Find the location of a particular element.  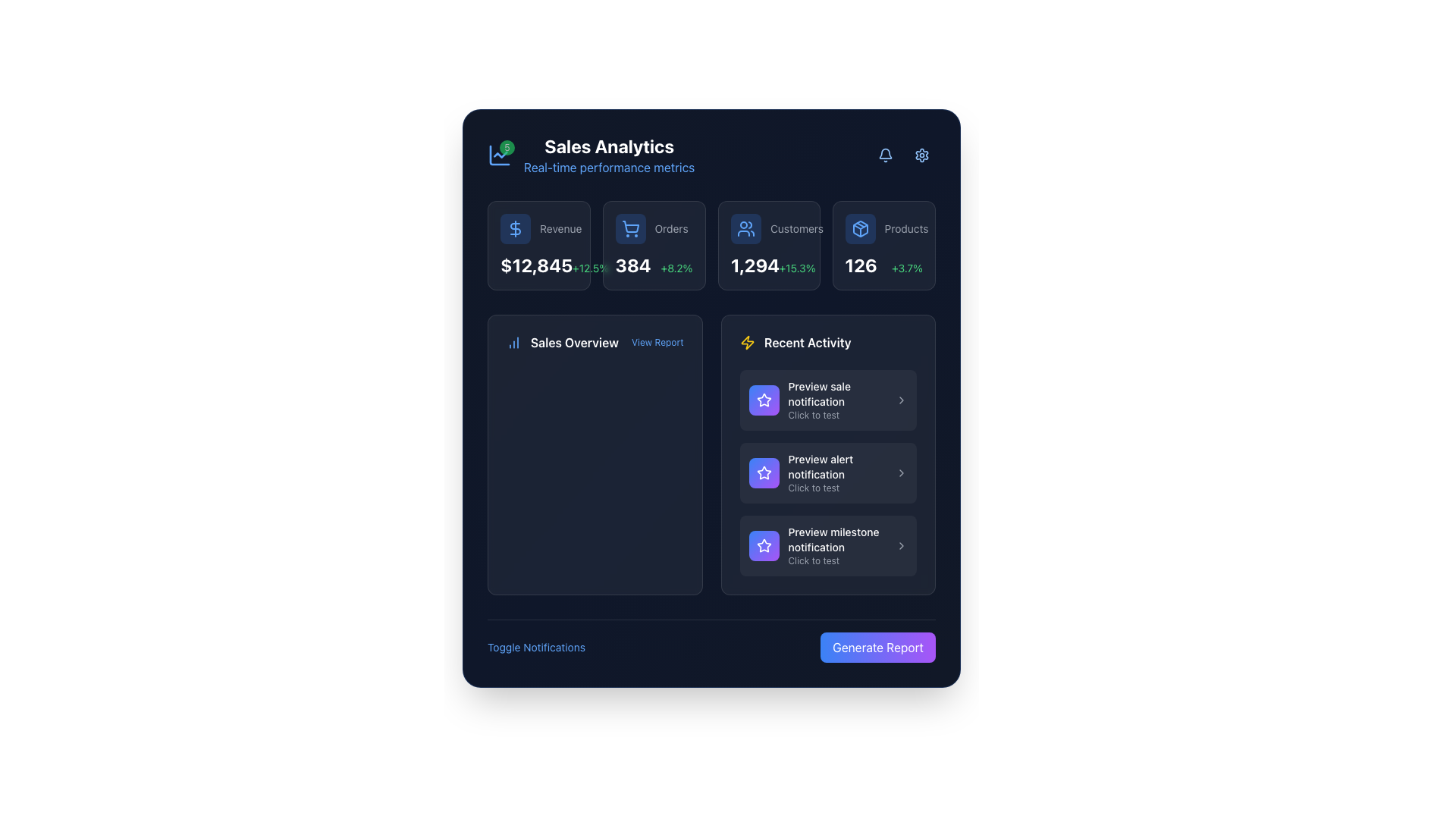

the small gray text label reading 'Click to test', which is positioned underneath the larger white text 'Preview alert notification' in the third notification box of the 'Recent Activity' section is located at coordinates (836, 488).